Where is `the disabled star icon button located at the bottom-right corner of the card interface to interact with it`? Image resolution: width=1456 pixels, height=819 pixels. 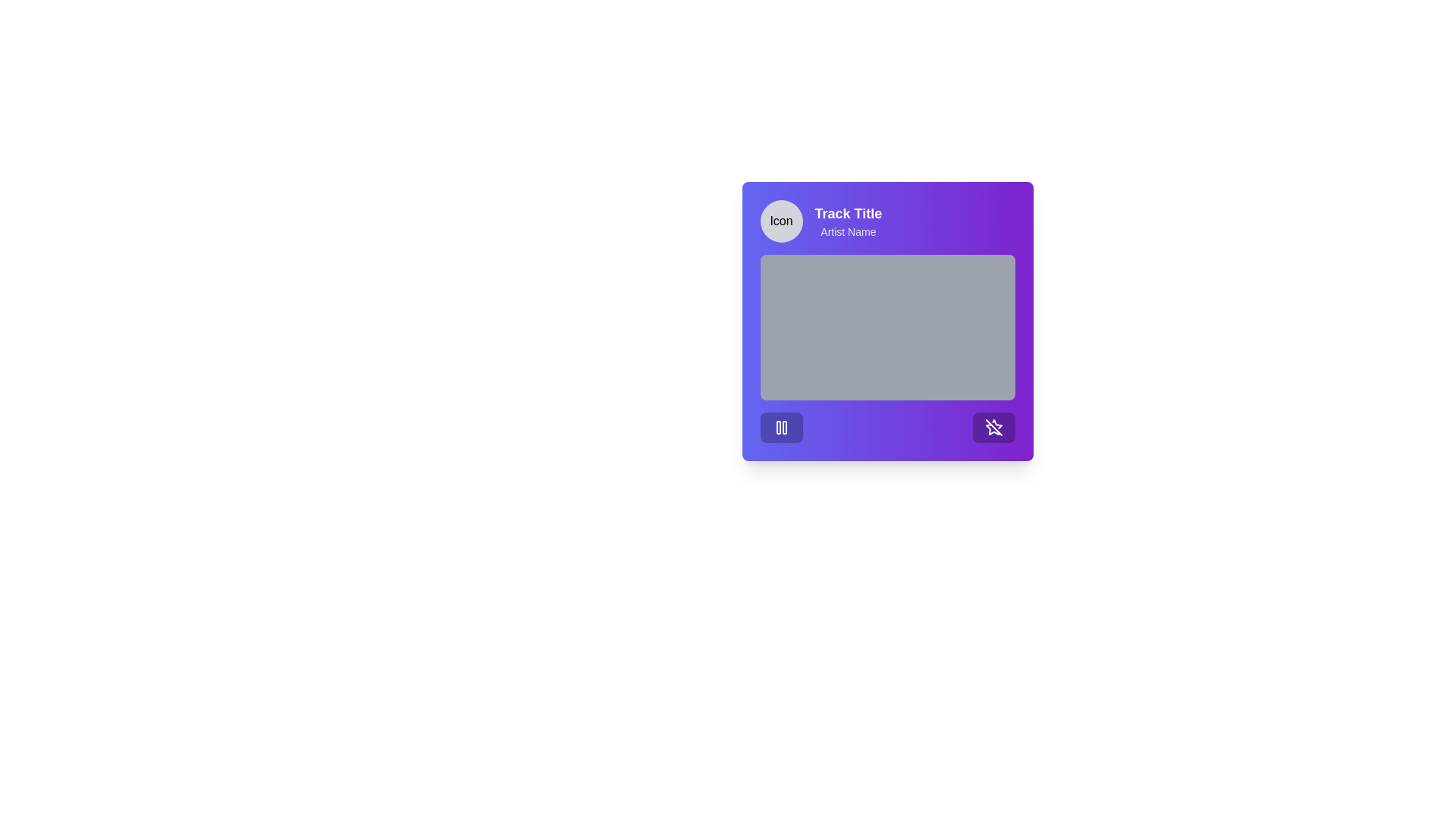 the disabled star icon button located at the bottom-right corner of the card interface to interact with it is located at coordinates (993, 427).